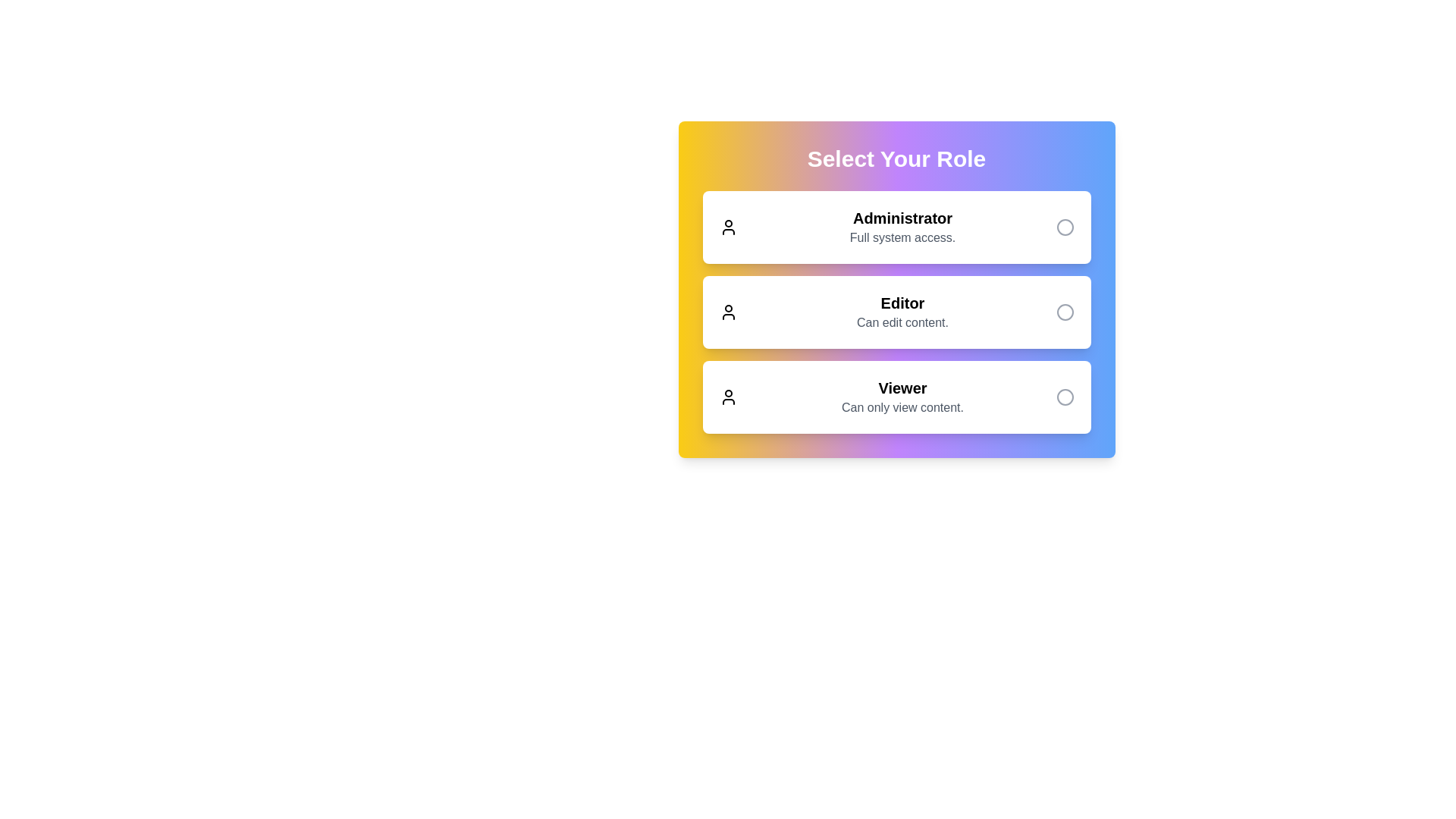 The height and width of the screenshot is (819, 1456). What do you see at coordinates (902, 322) in the screenshot?
I see `the static informational text 'Can edit content.' which is located below the title 'Editor' in the second card of the role selection options` at bounding box center [902, 322].